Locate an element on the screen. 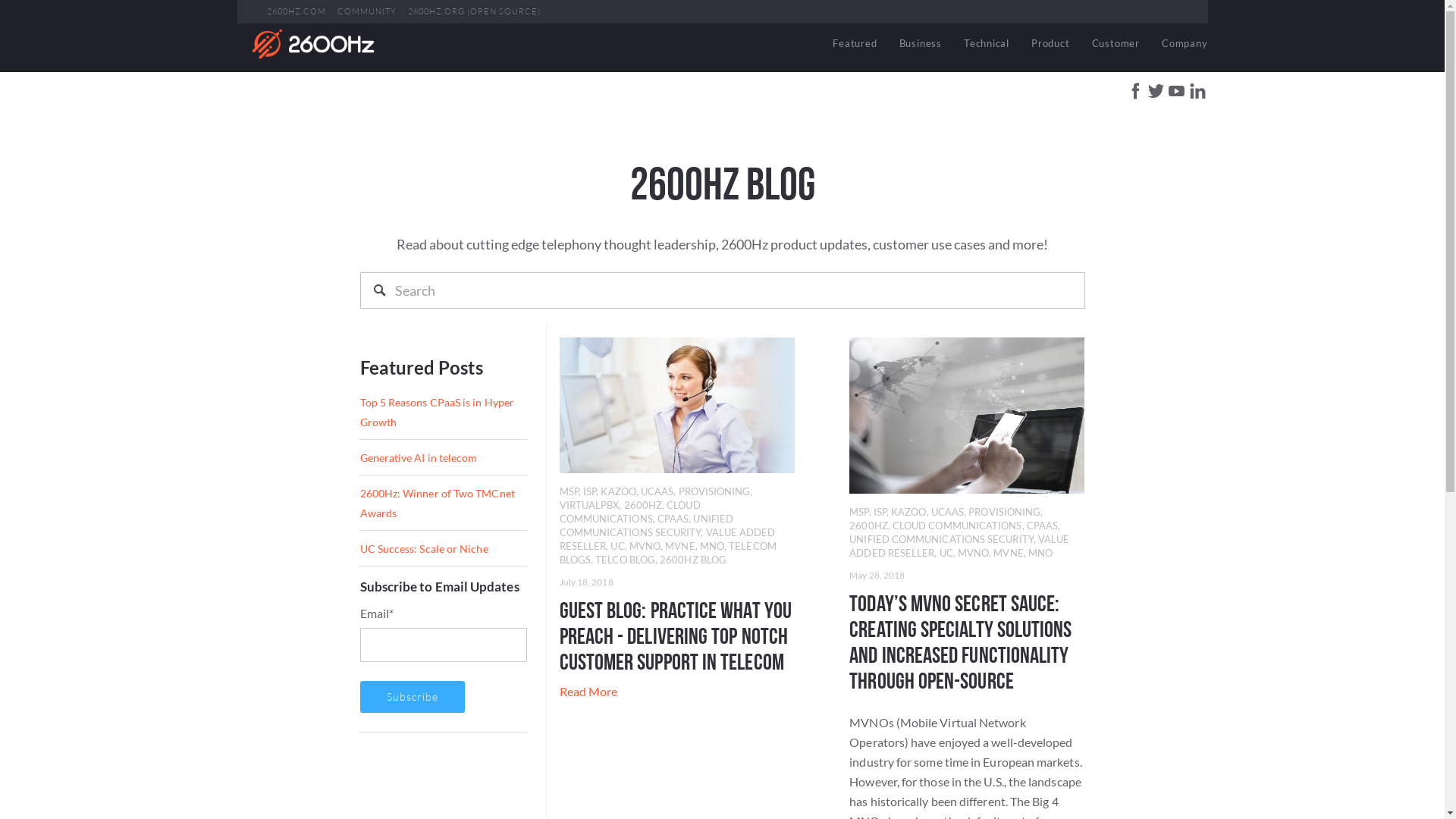 Image resolution: width=1456 pixels, height=819 pixels. '2600HZ.ORG (OPEN SOURCE)' is located at coordinates (473, 11).